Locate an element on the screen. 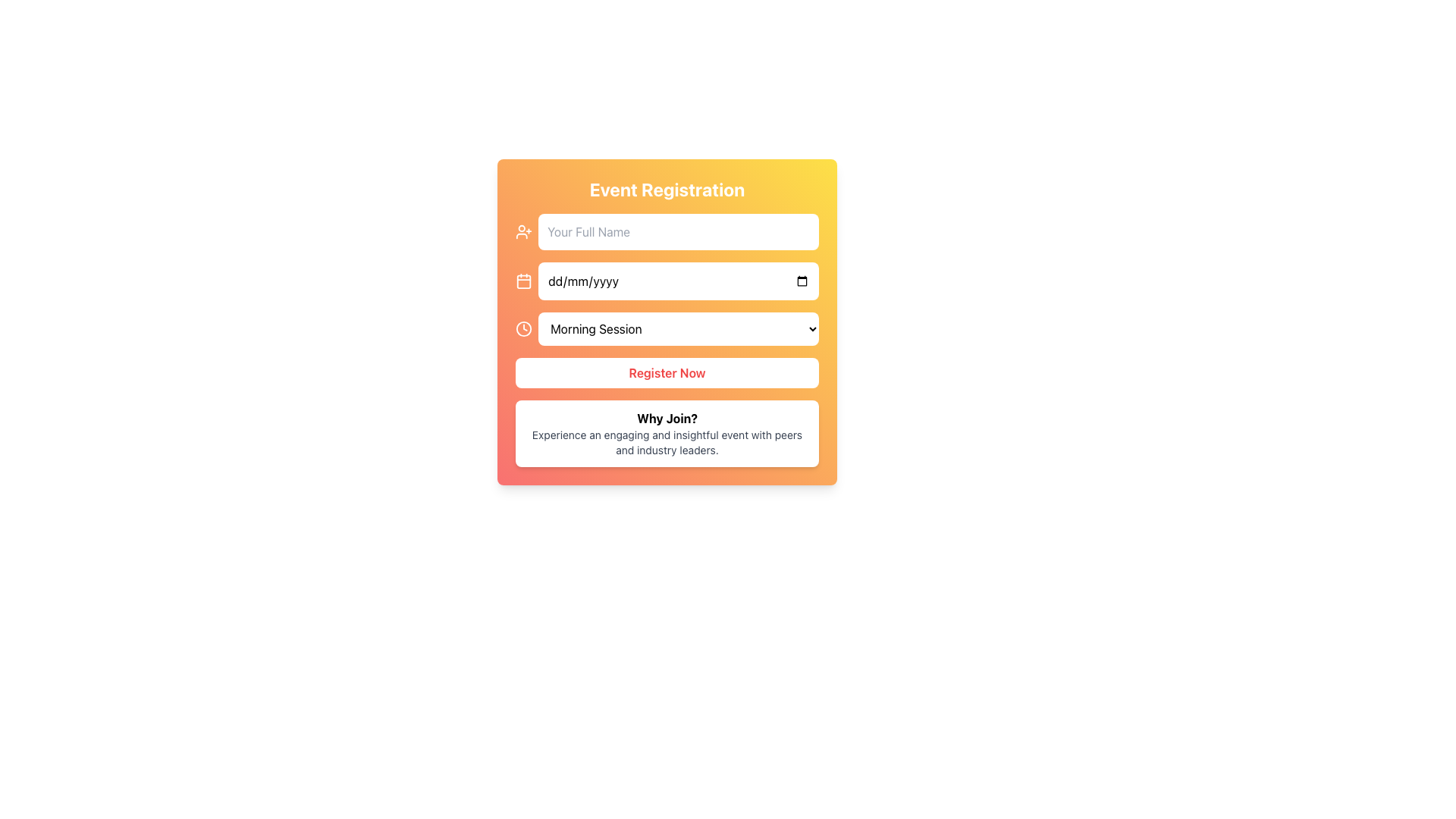 The width and height of the screenshot is (1456, 819). the Date Input Field located below the 'Your Full Name' input field and above the 'Morning Session' dropdown is located at coordinates (667, 281).